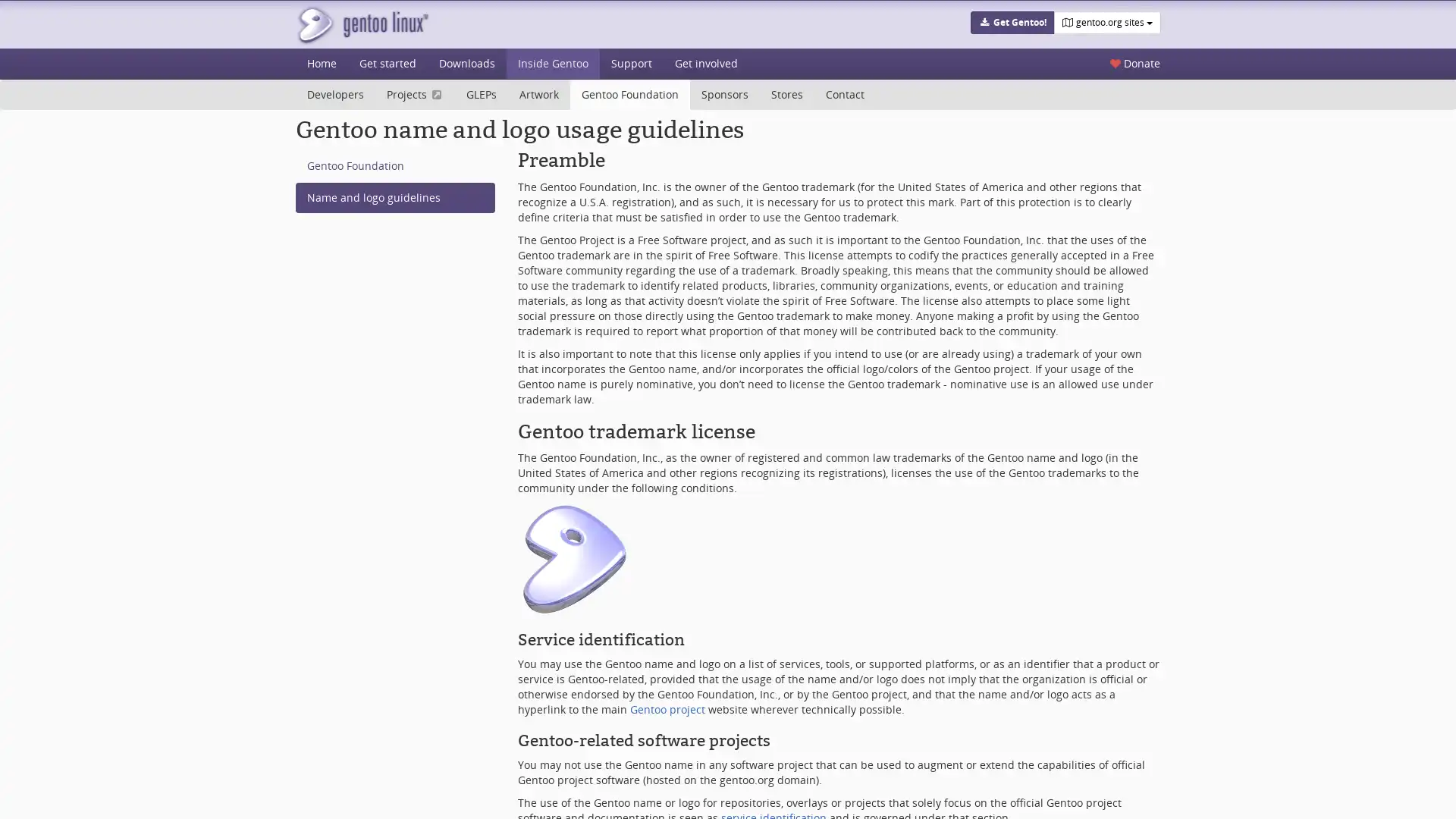  What do you see at coordinates (1012, 23) in the screenshot?
I see `Get Gentoo!` at bounding box center [1012, 23].